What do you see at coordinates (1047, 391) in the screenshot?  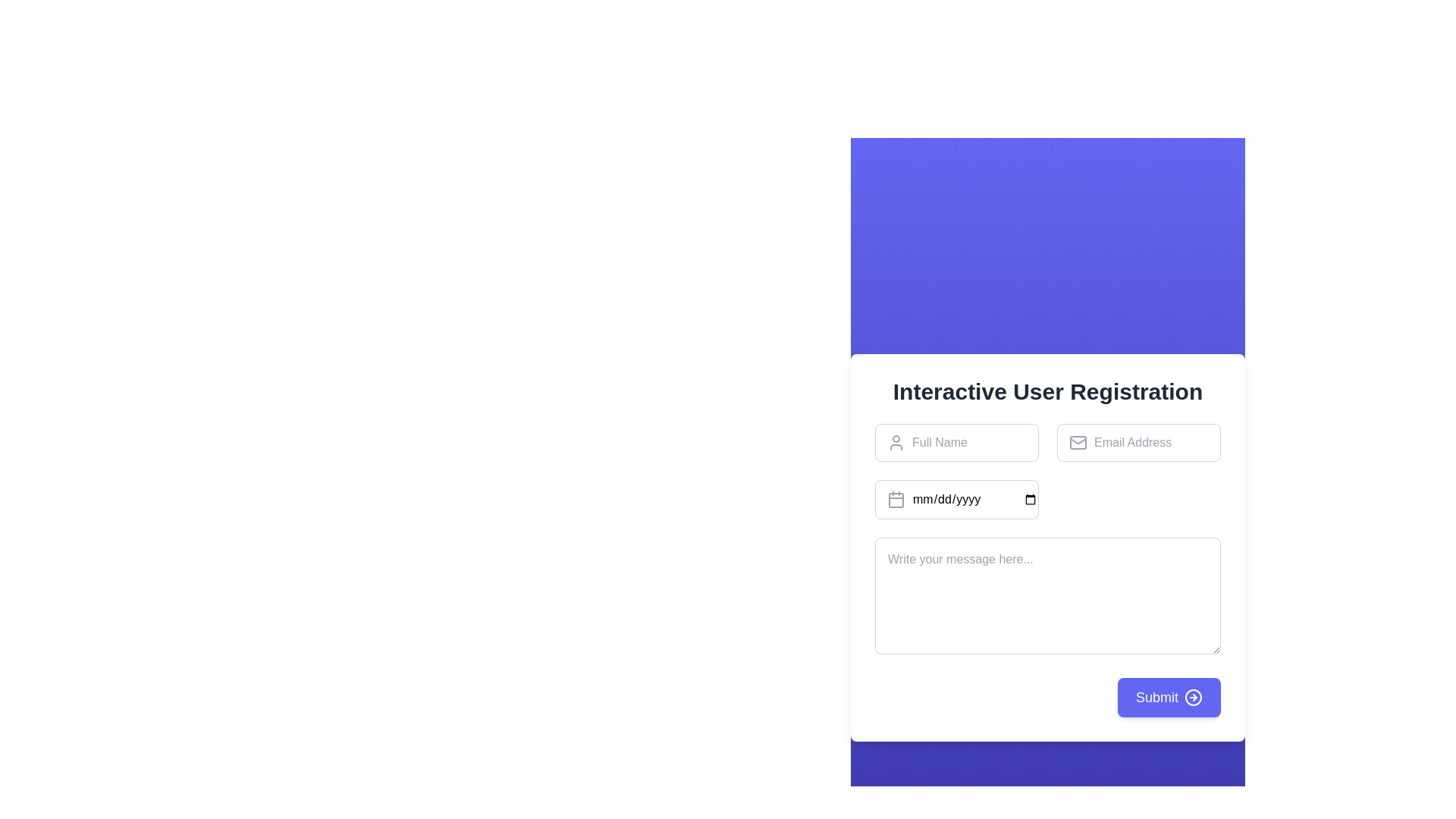 I see `header text element located at the top of the user registration form card, which is positioned at the center of the page` at bounding box center [1047, 391].